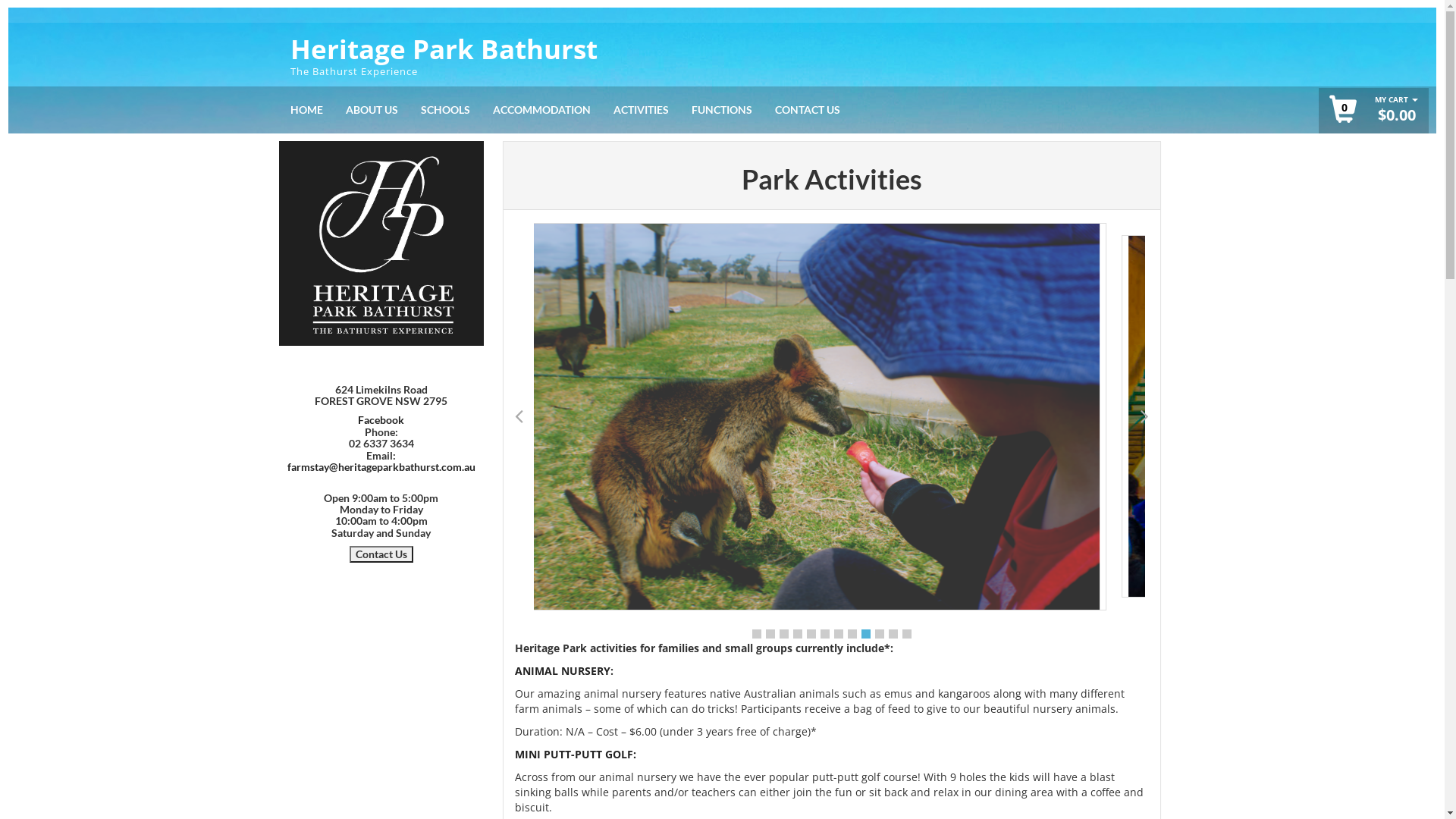  Describe the element at coordinates (837, 634) in the screenshot. I see `'7'` at that location.